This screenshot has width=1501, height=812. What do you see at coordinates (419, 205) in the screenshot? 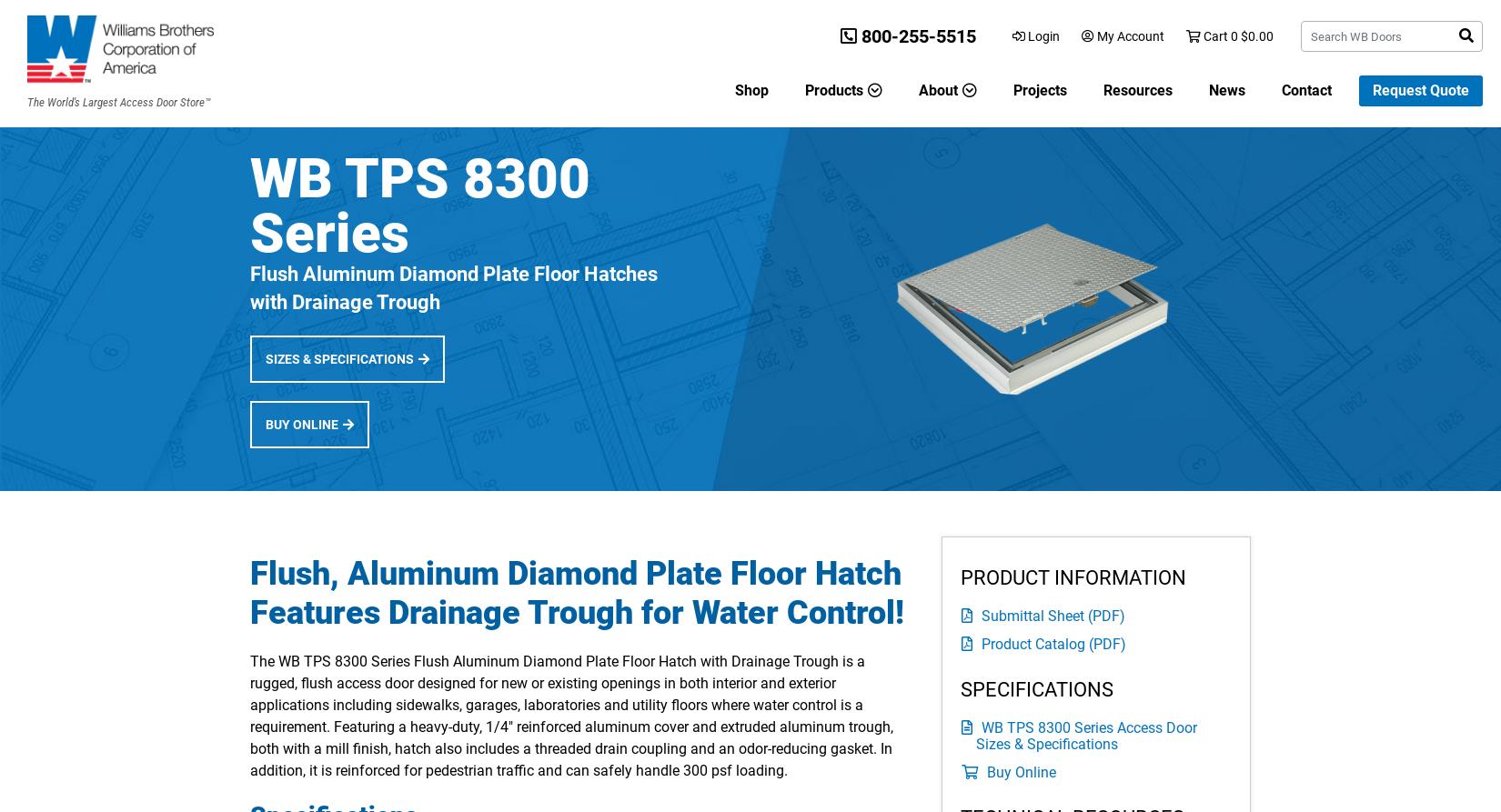
I see `'WB TPS 8300 Series'` at bounding box center [419, 205].